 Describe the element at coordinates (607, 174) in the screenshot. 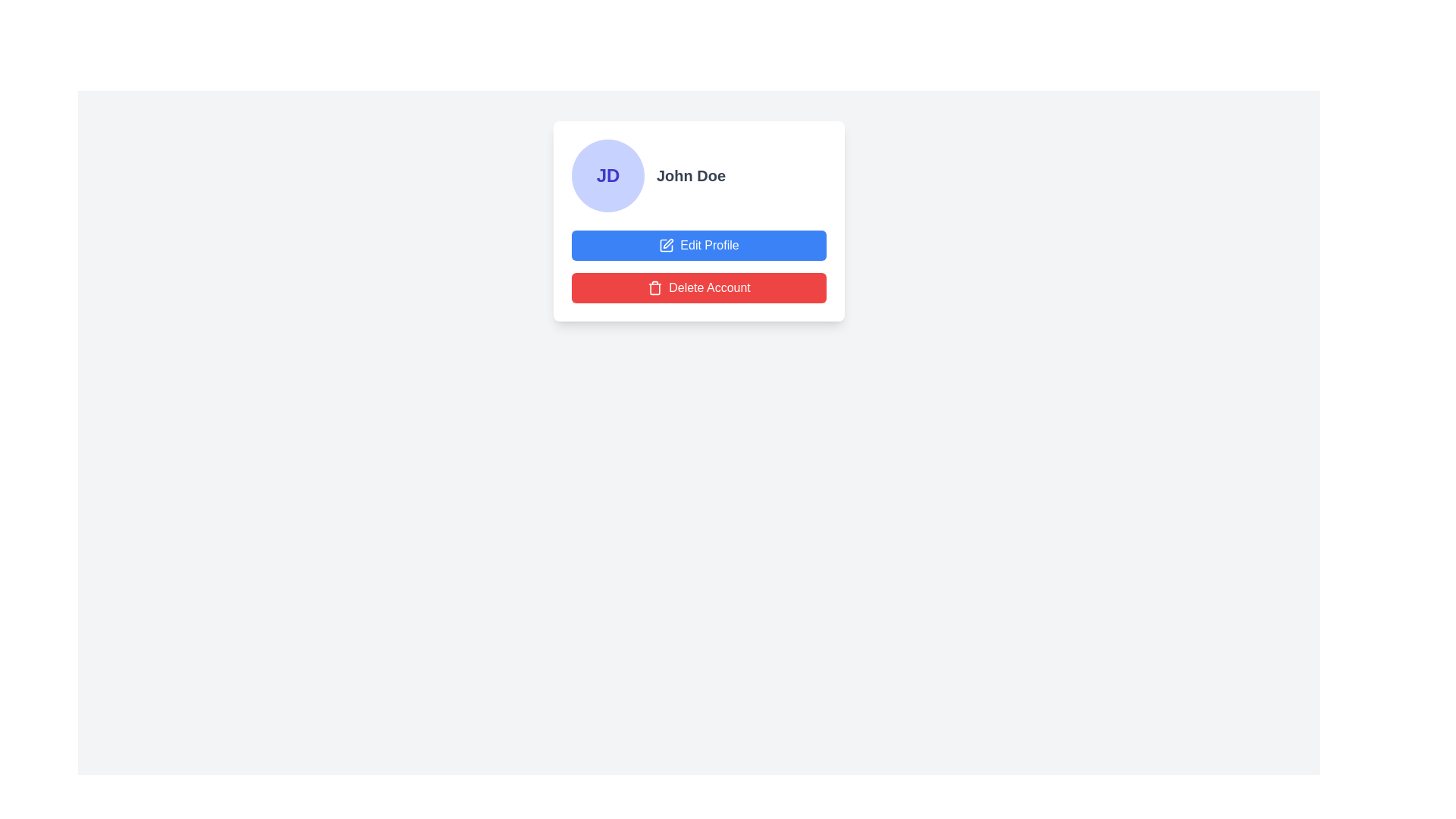

I see `the bold, uppercase text 'JD' styled in indigo color, which is centered inside a circular indigo-themed background located in the top-left corner of the profile card` at that location.